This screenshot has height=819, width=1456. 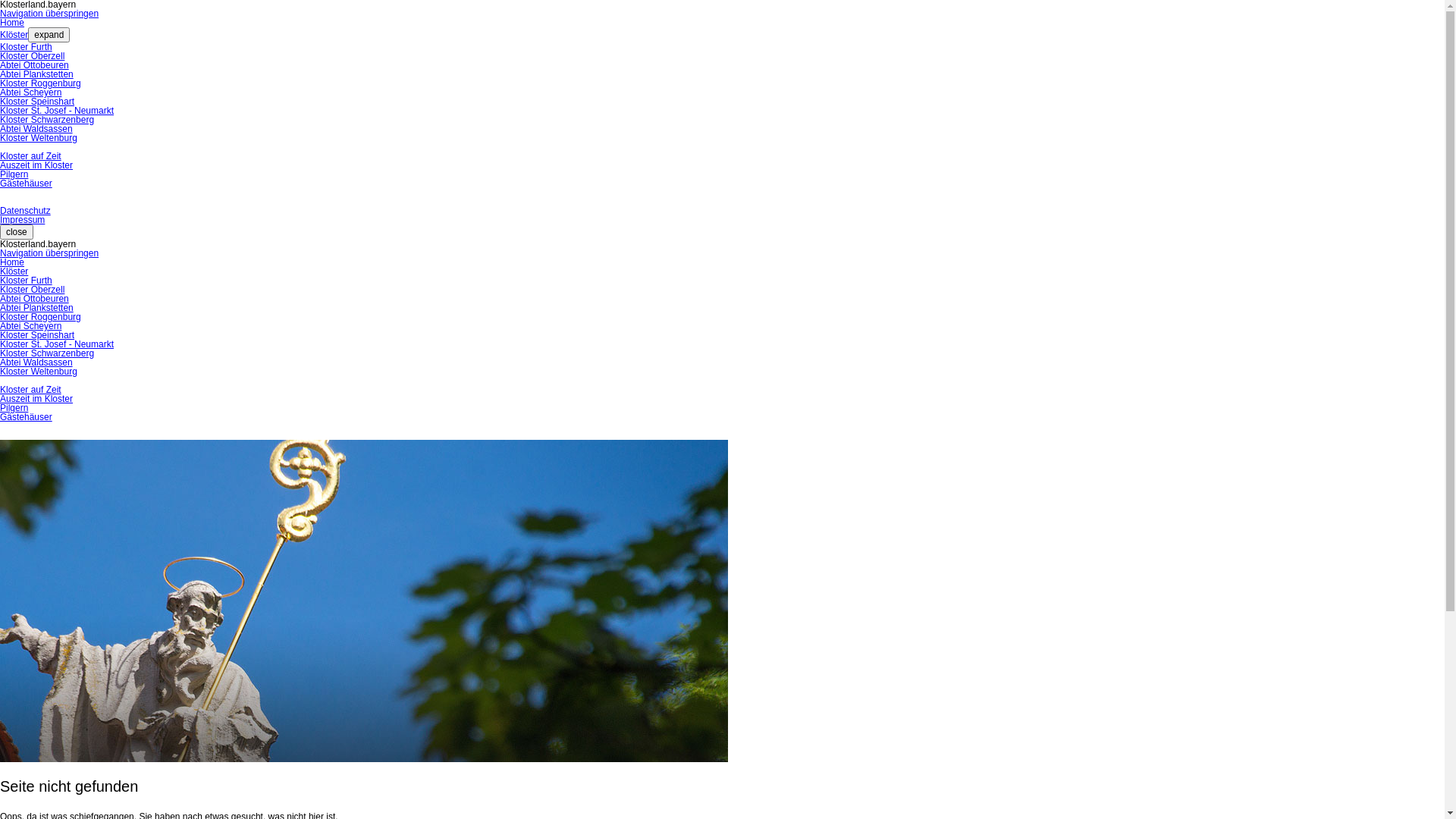 I want to click on 'Kloster Speinshart', so click(x=36, y=334).